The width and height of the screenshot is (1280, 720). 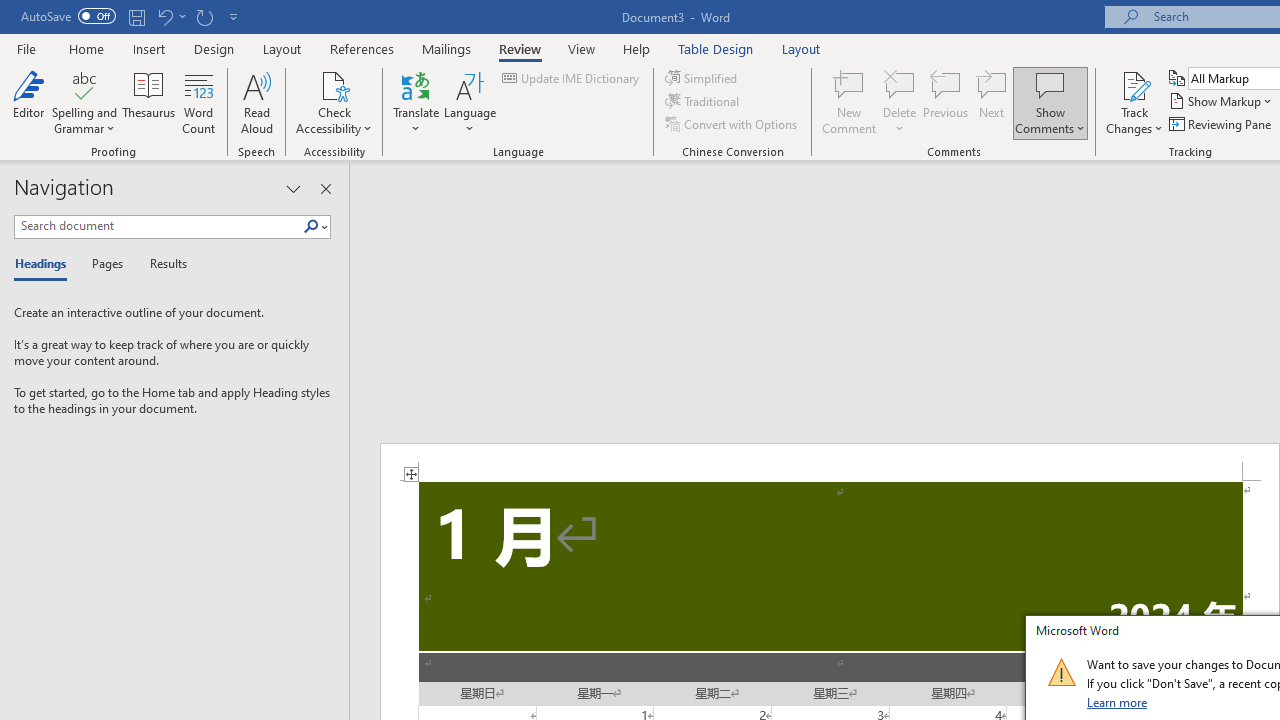 What do you see at coordinates (170, 16) in the screenshot?
I see `'Undo Increase Indent'` at bounding box center [170, 16].